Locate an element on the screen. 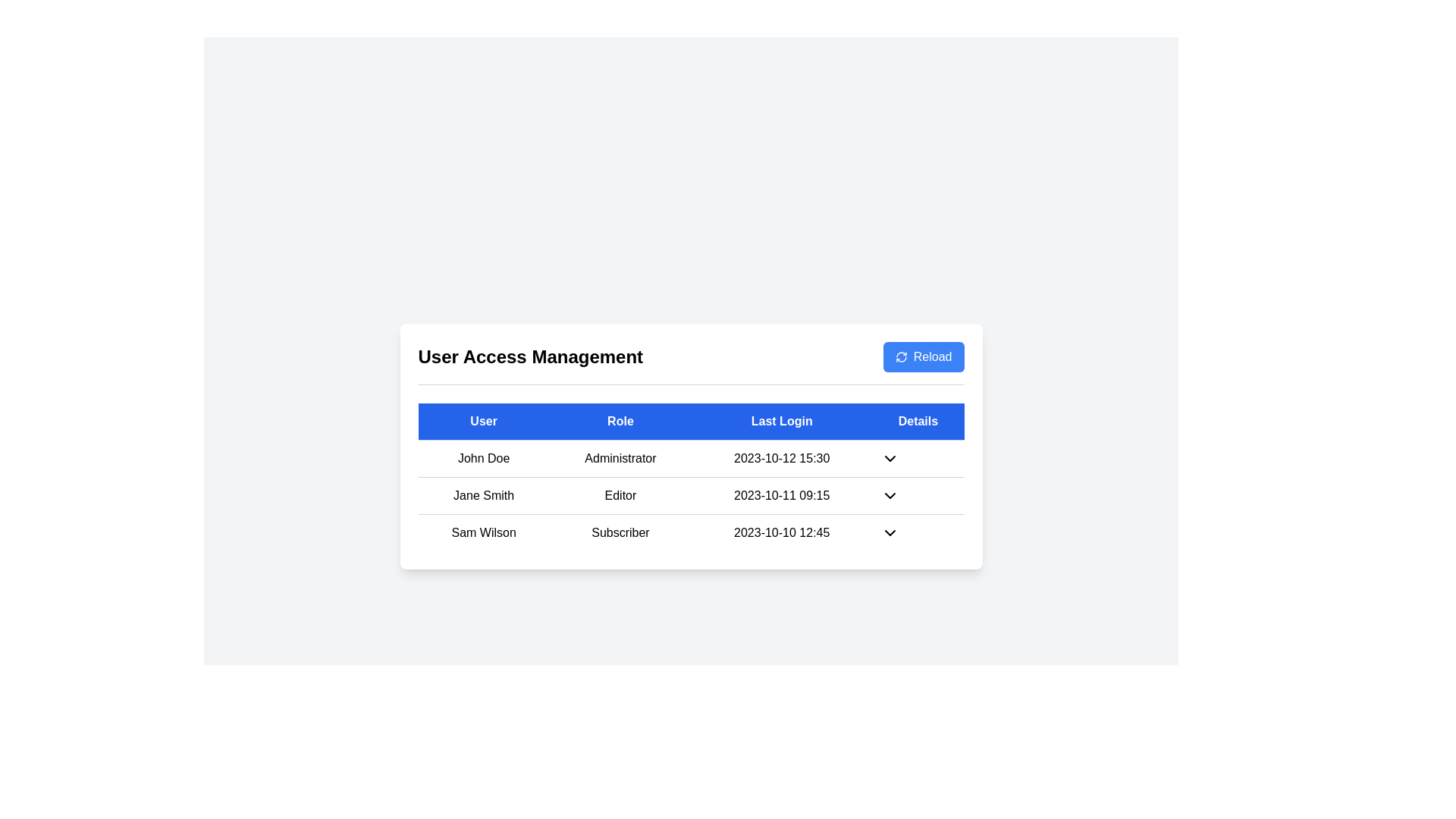 The width and height of the screenshot is (1456, 819). the 'Subscriber' label in the user access management table for user 'Sam Wilson', which is located in the third row under the 'Role' column is located at coordinates (620, 532).